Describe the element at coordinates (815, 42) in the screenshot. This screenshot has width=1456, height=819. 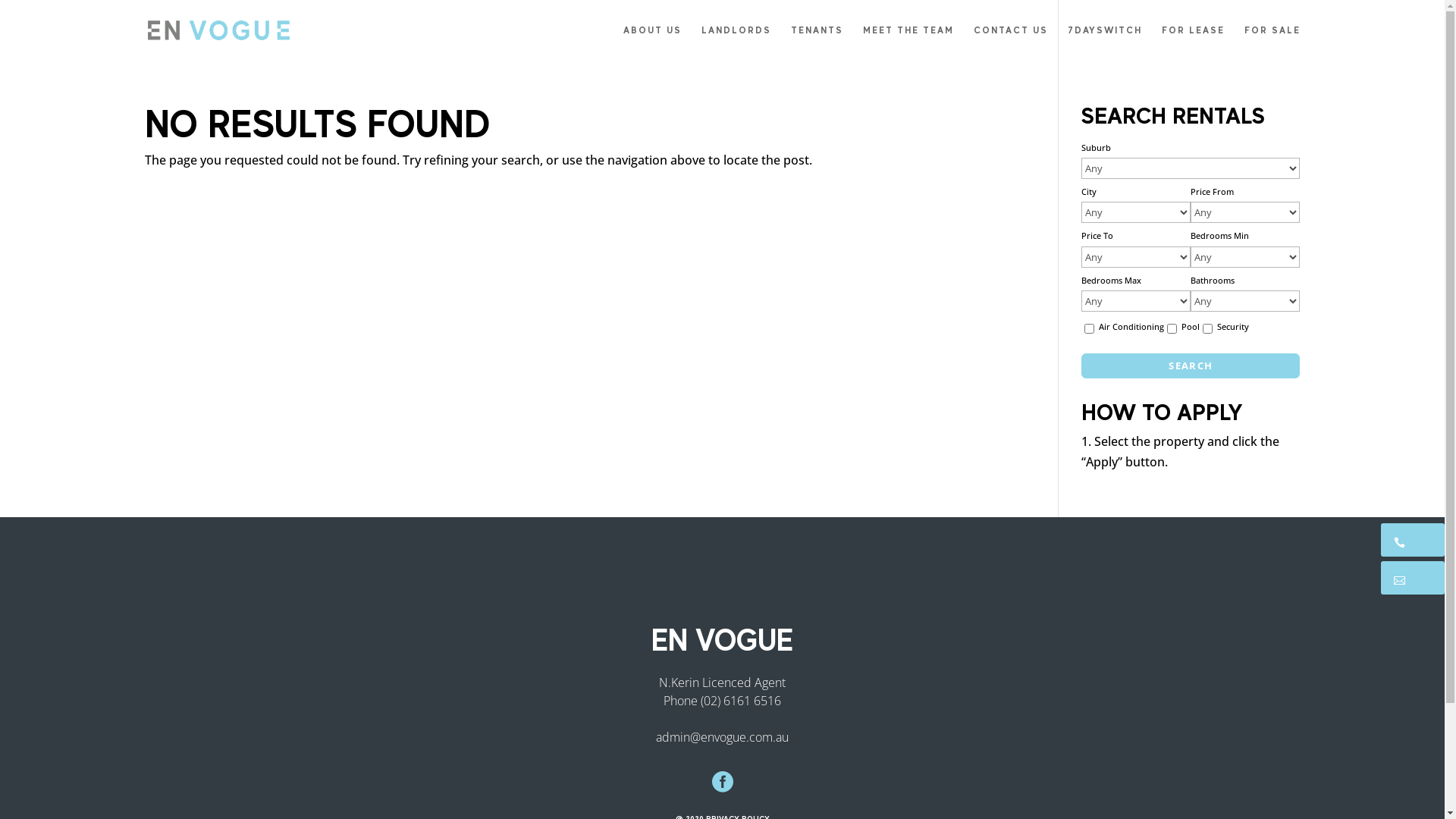
I see `'TENANTS'` at that location.